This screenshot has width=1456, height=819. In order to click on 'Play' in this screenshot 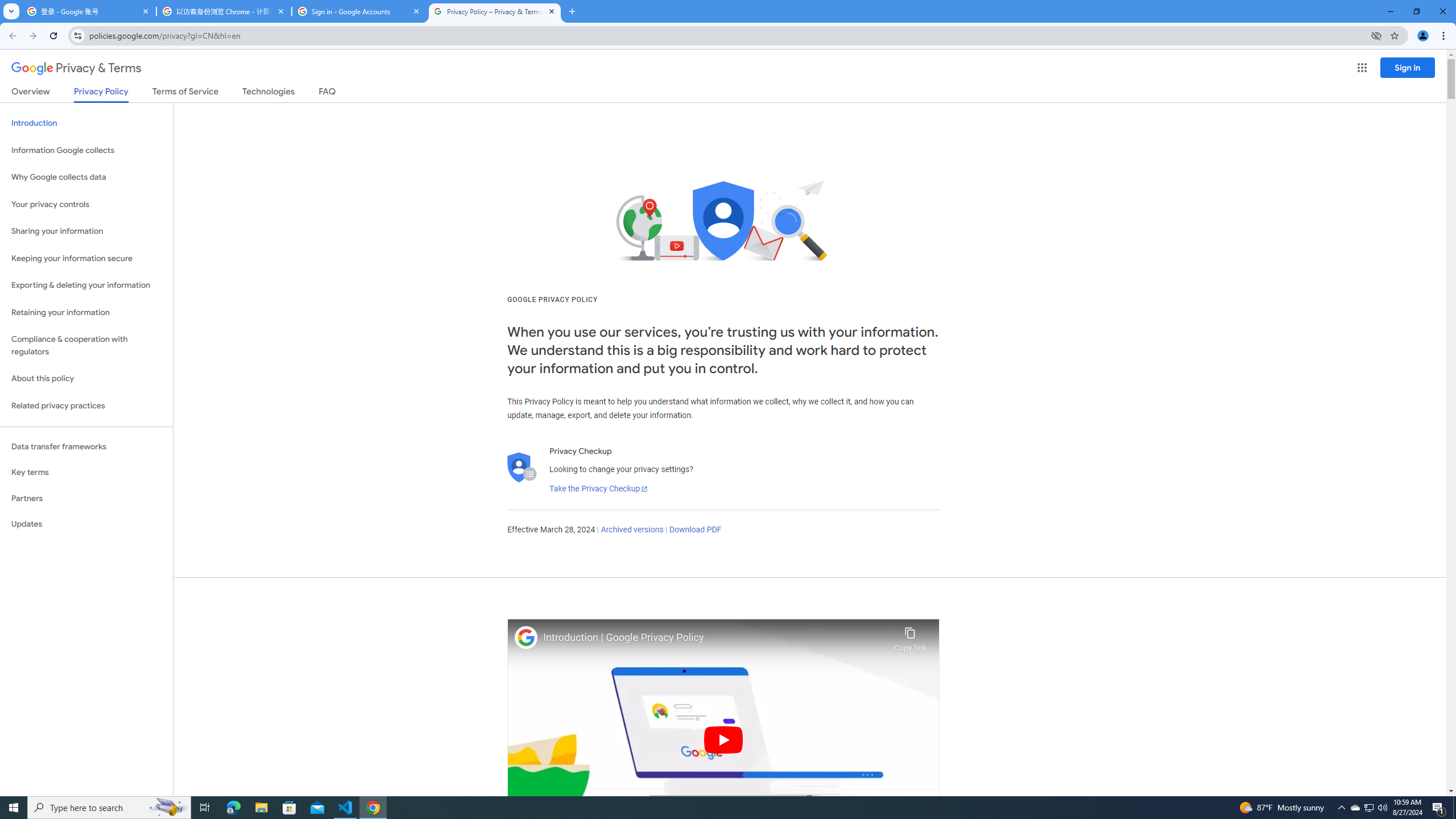, I will do `click(723, 739)`.